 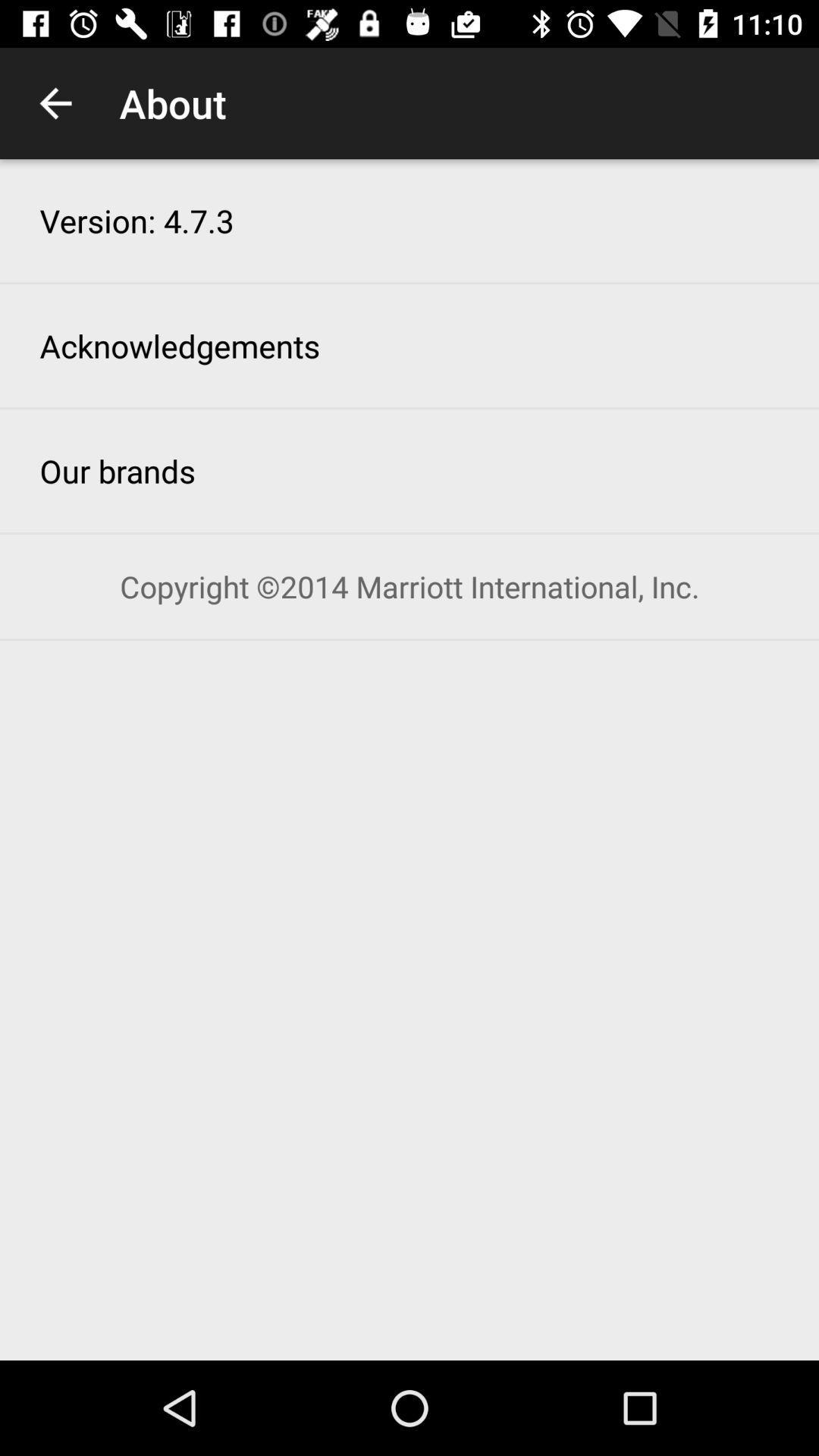 What do you see at coordinates (136, 220) in the screenshot?
I see `the item above the acknowledgements icon` at bounding box center [136, 220].